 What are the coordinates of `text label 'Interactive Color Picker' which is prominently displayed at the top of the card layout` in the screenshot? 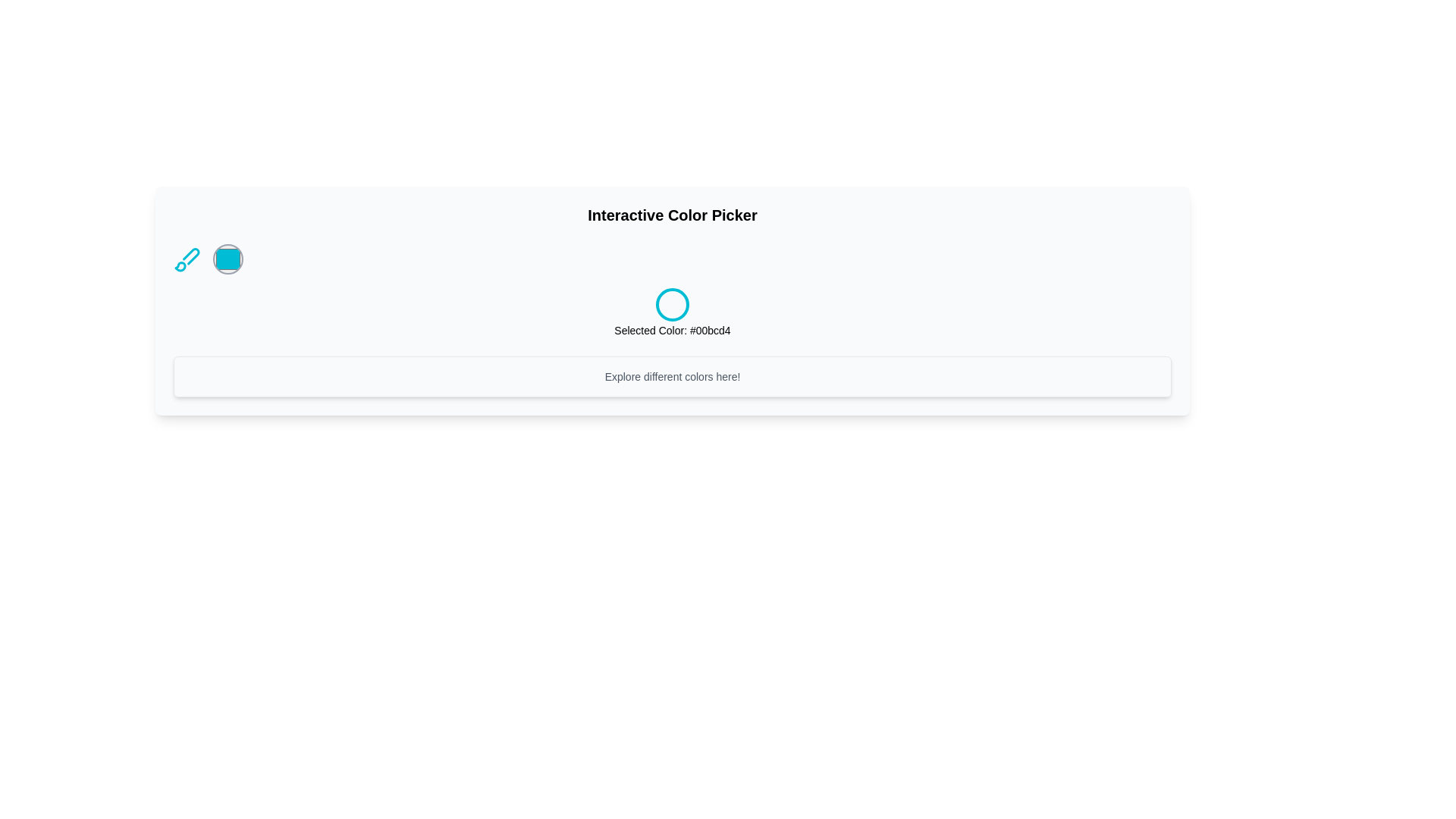 It's located at (672, 215).